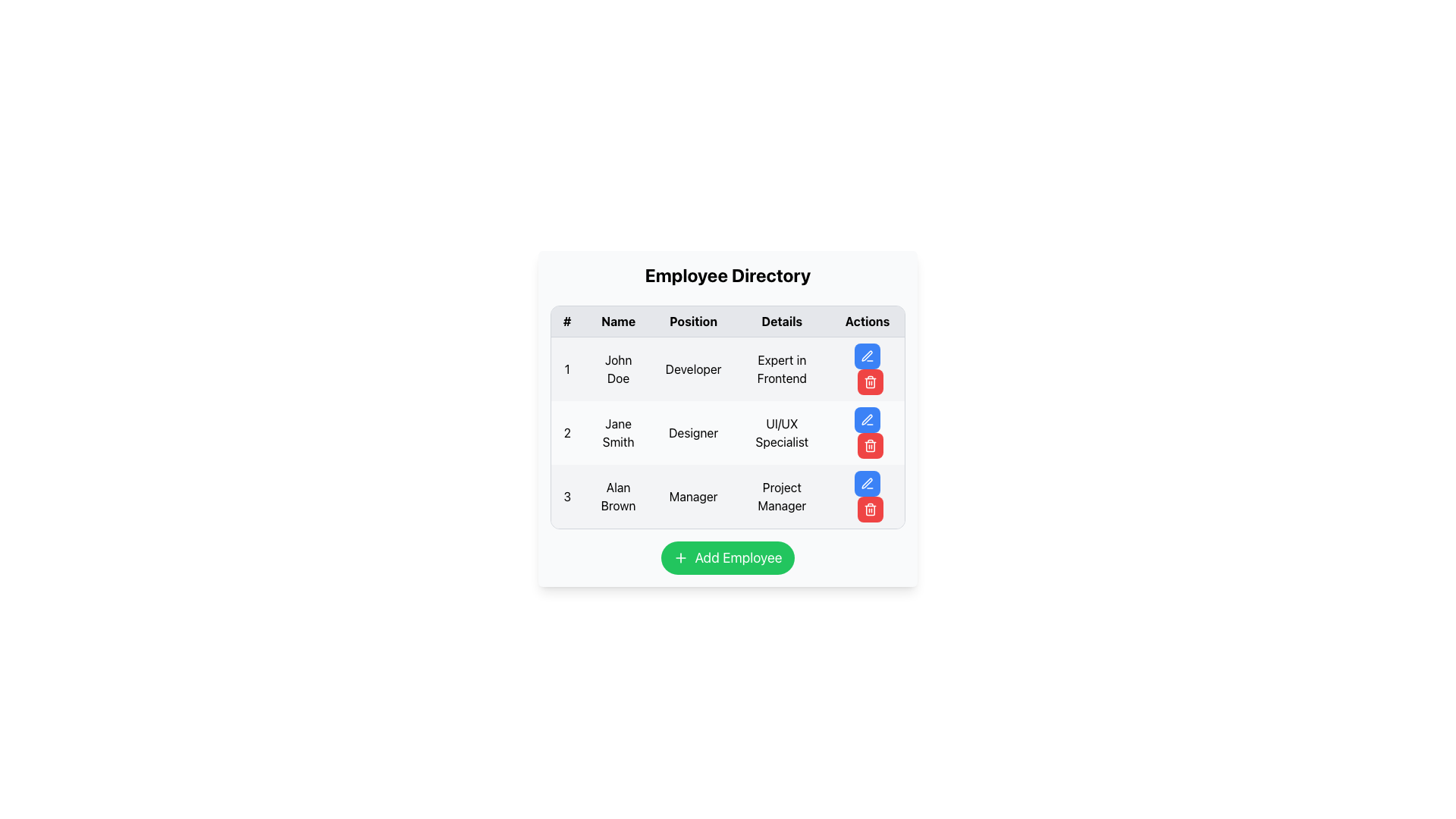 This screenshot has height=819, width=1456. What do you see at coordinates (868, 432) in the screenshot?
I see `the red delete button with a trash can icon located in the 'Actions' column of the second row for 'Jane Smith' in the 'Employee Directory'` at bounding box center [868, 432].